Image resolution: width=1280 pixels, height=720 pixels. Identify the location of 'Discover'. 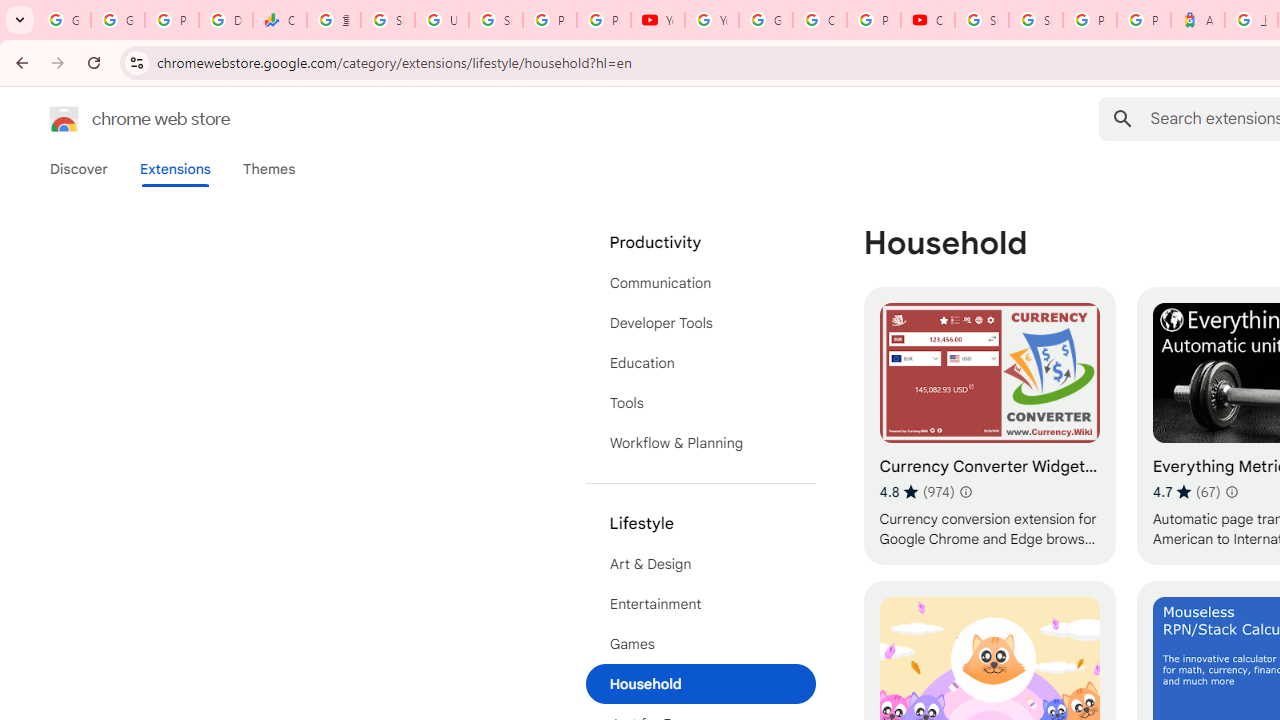
(79, 168).